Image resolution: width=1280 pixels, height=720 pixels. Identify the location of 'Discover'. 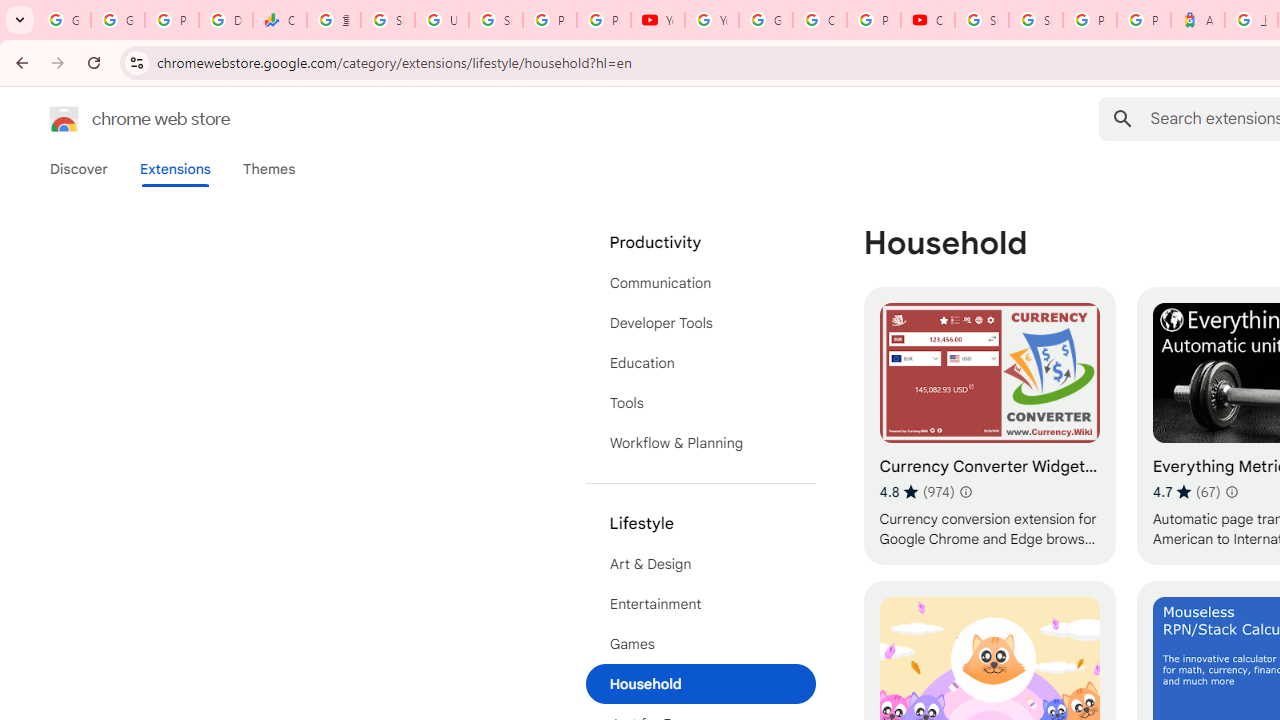
(79, 168).